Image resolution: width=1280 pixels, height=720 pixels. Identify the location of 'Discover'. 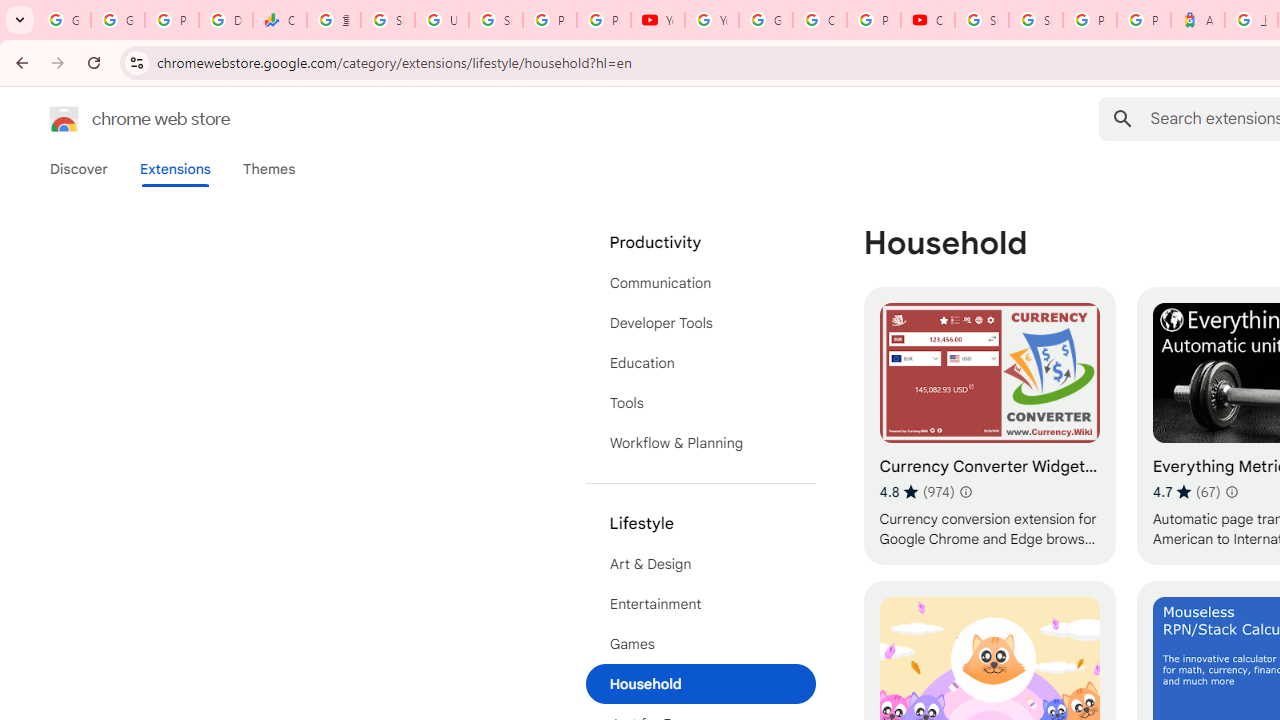
(79, 168).